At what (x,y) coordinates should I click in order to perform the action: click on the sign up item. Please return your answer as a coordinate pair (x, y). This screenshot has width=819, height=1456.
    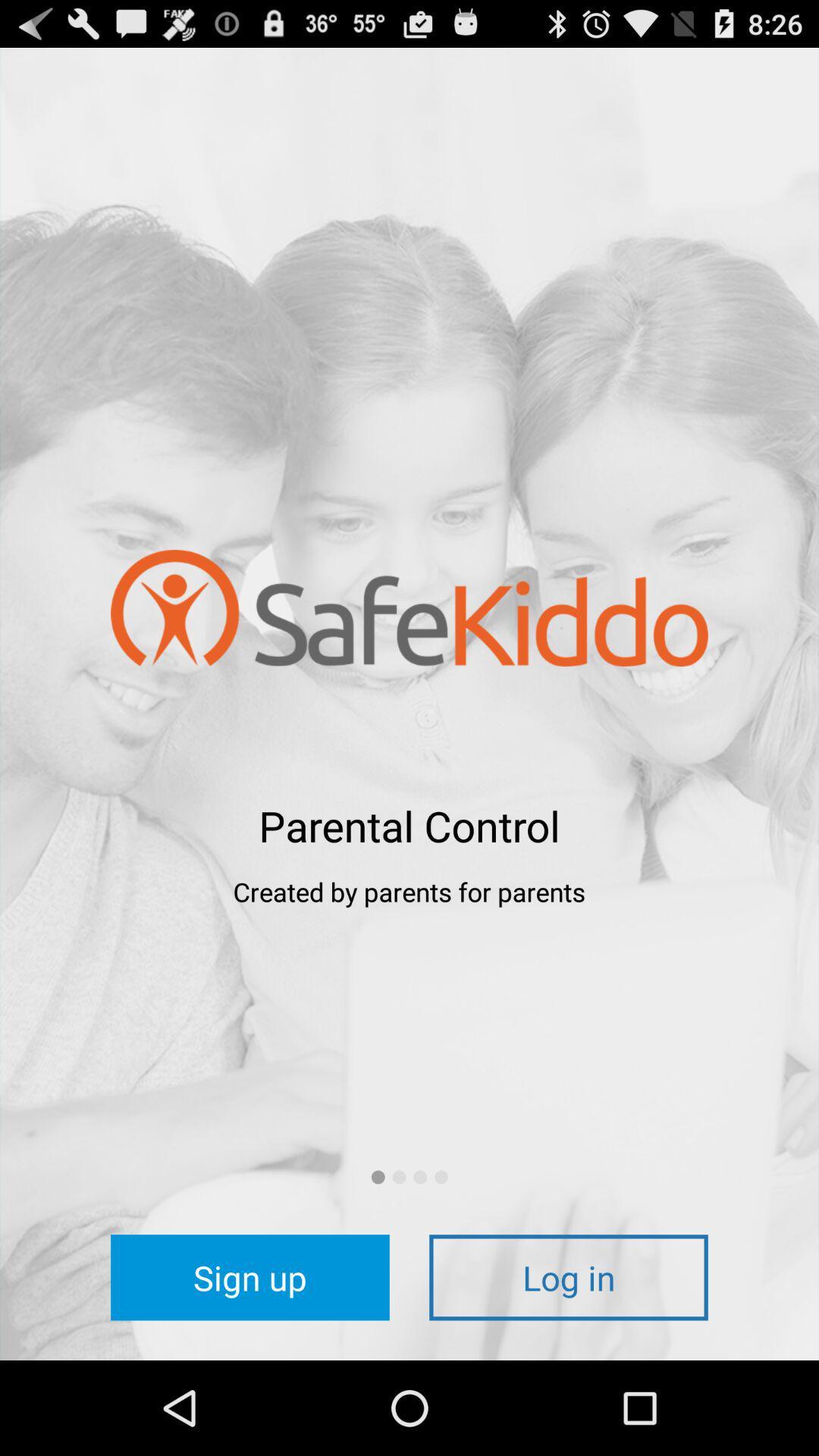
    Looking at the image, I should click on (249, 1276).